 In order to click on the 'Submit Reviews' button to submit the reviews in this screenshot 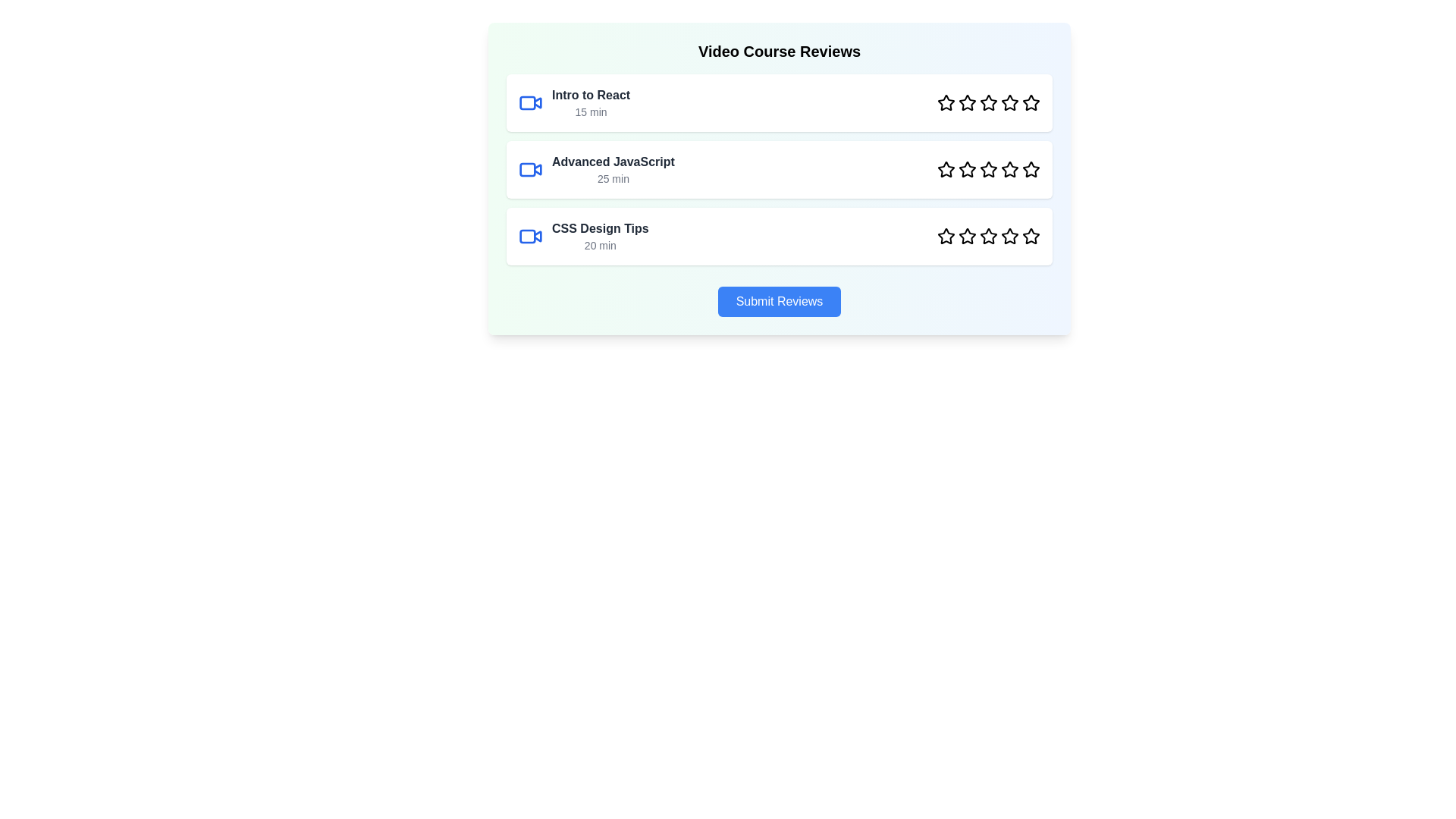, I will do `click(779, 301)`.